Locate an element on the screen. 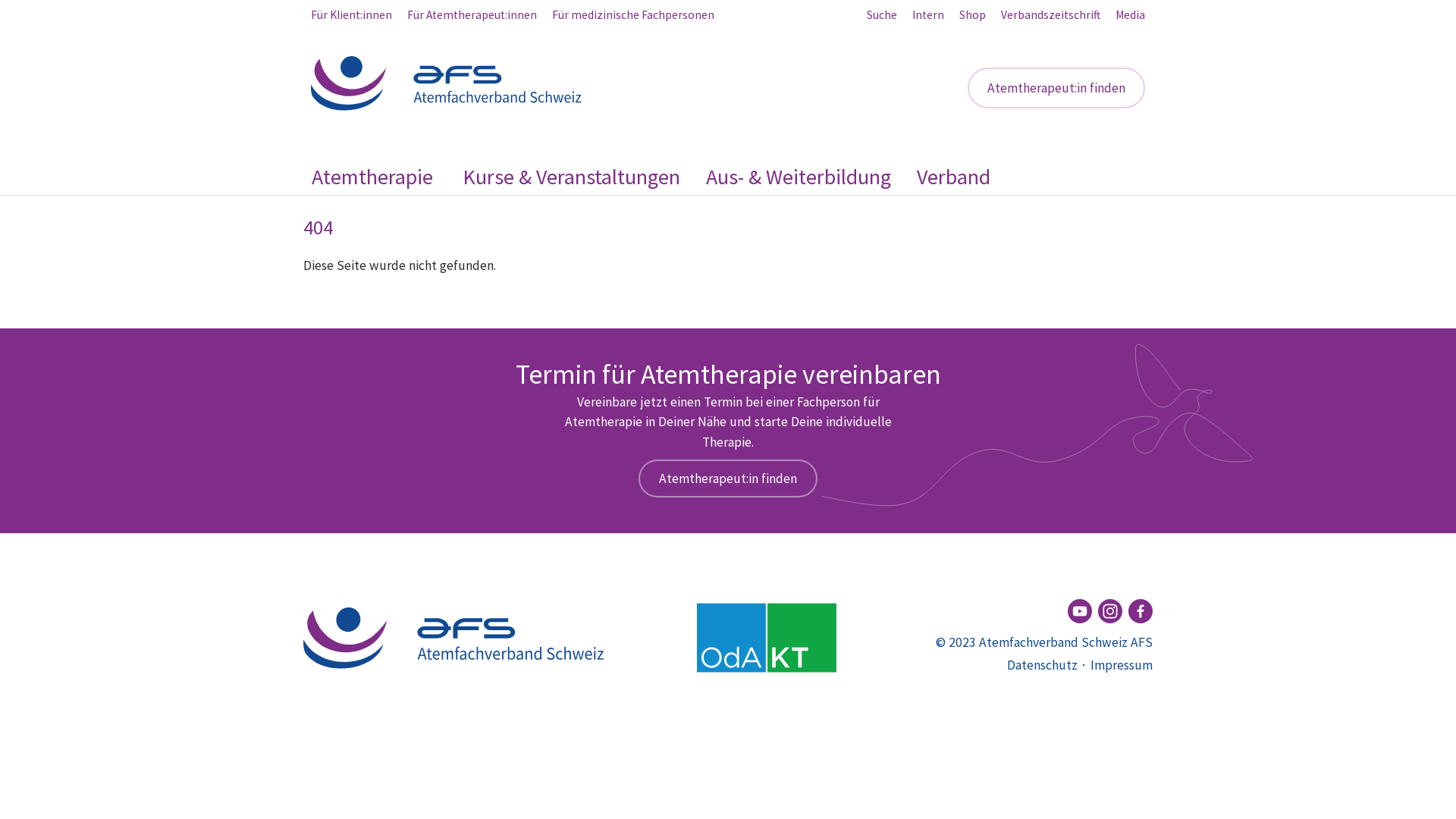 This screenshot has height=819, width=1456. 'Kurse & Veranstaltungen' is located at coordinates (570, 175).